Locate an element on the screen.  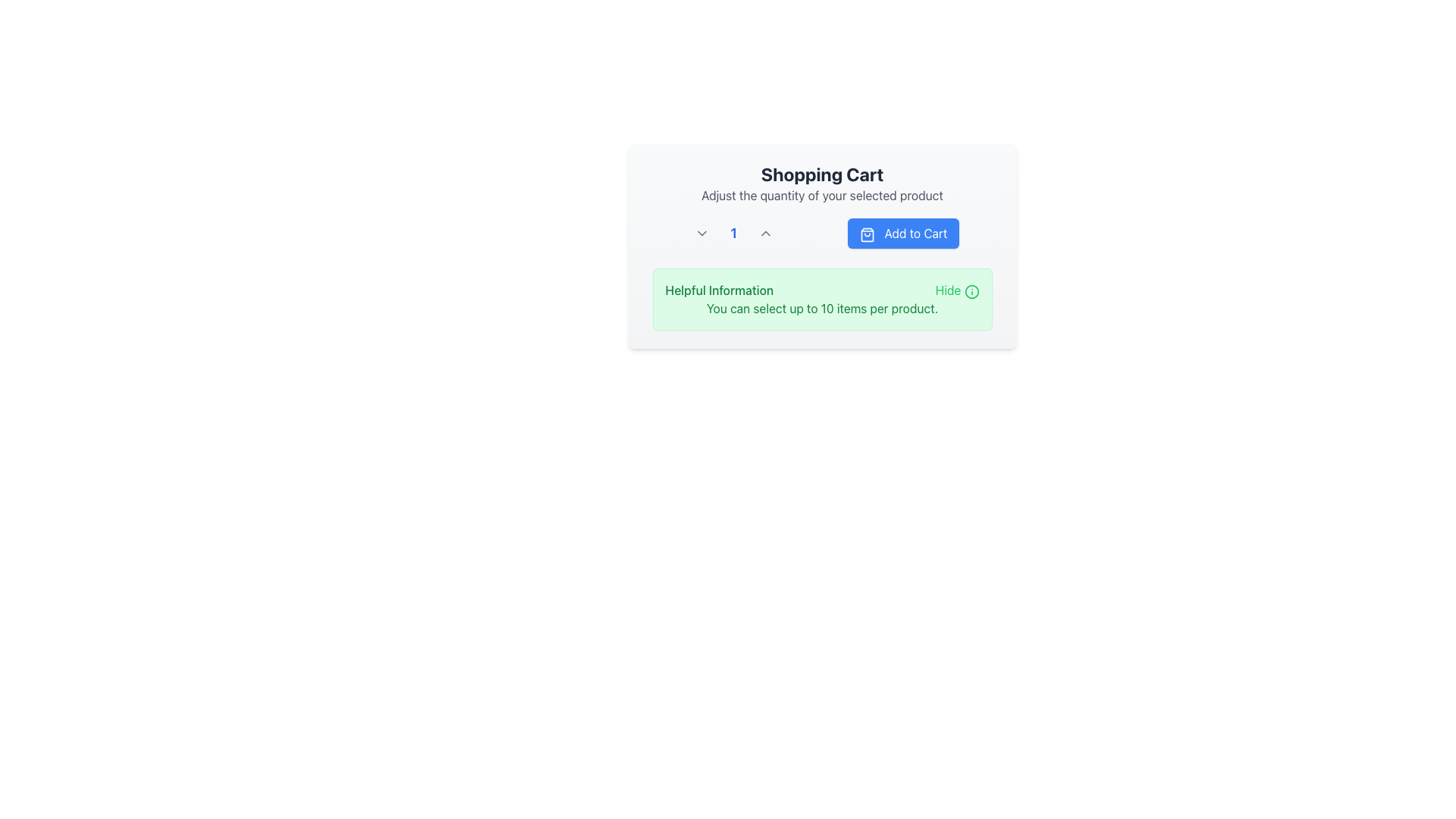
the increment button within the shopping cart interface to increase the product quantity is located at coordinates (821, 245).